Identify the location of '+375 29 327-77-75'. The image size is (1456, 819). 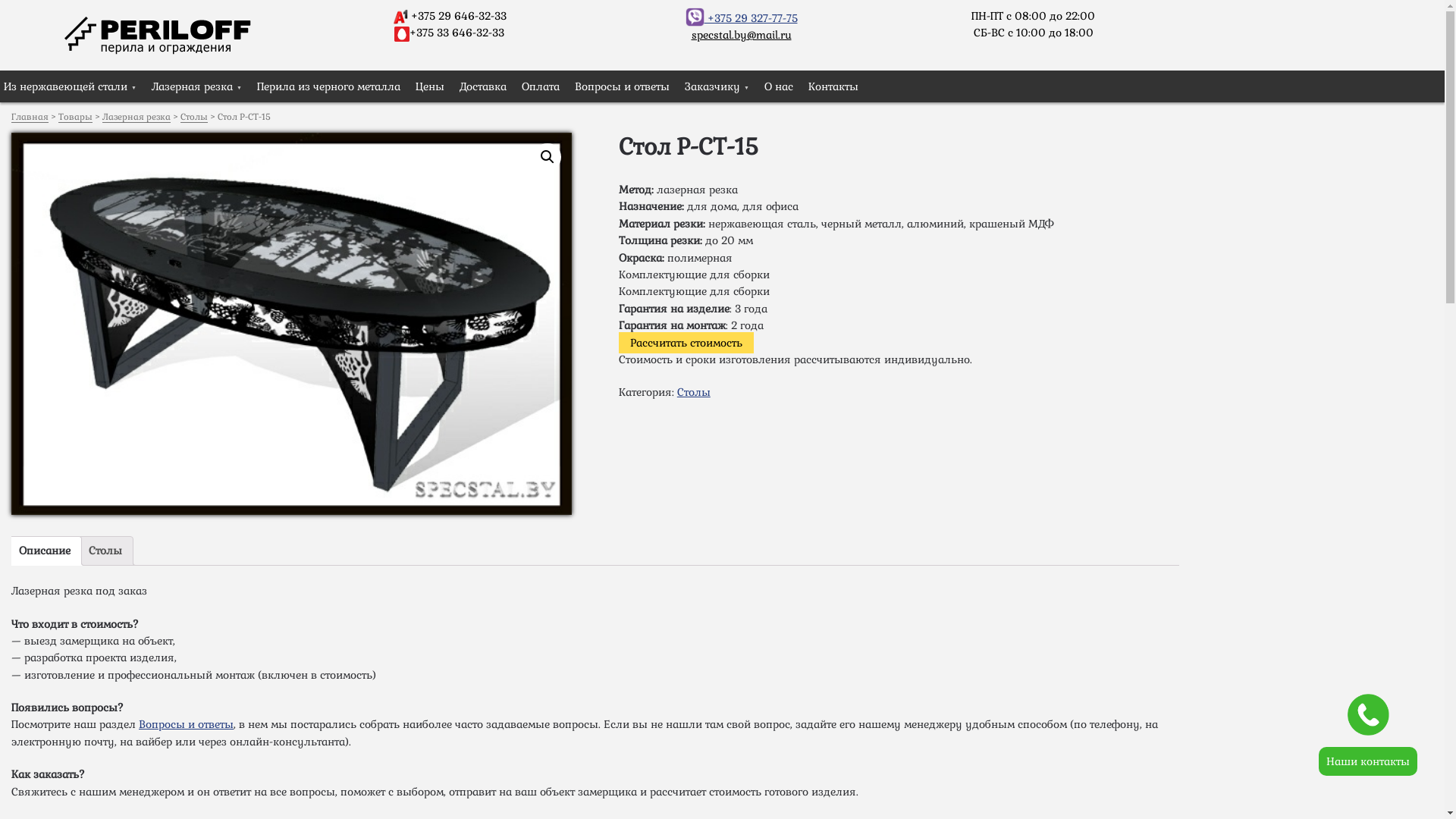
(742, 17).